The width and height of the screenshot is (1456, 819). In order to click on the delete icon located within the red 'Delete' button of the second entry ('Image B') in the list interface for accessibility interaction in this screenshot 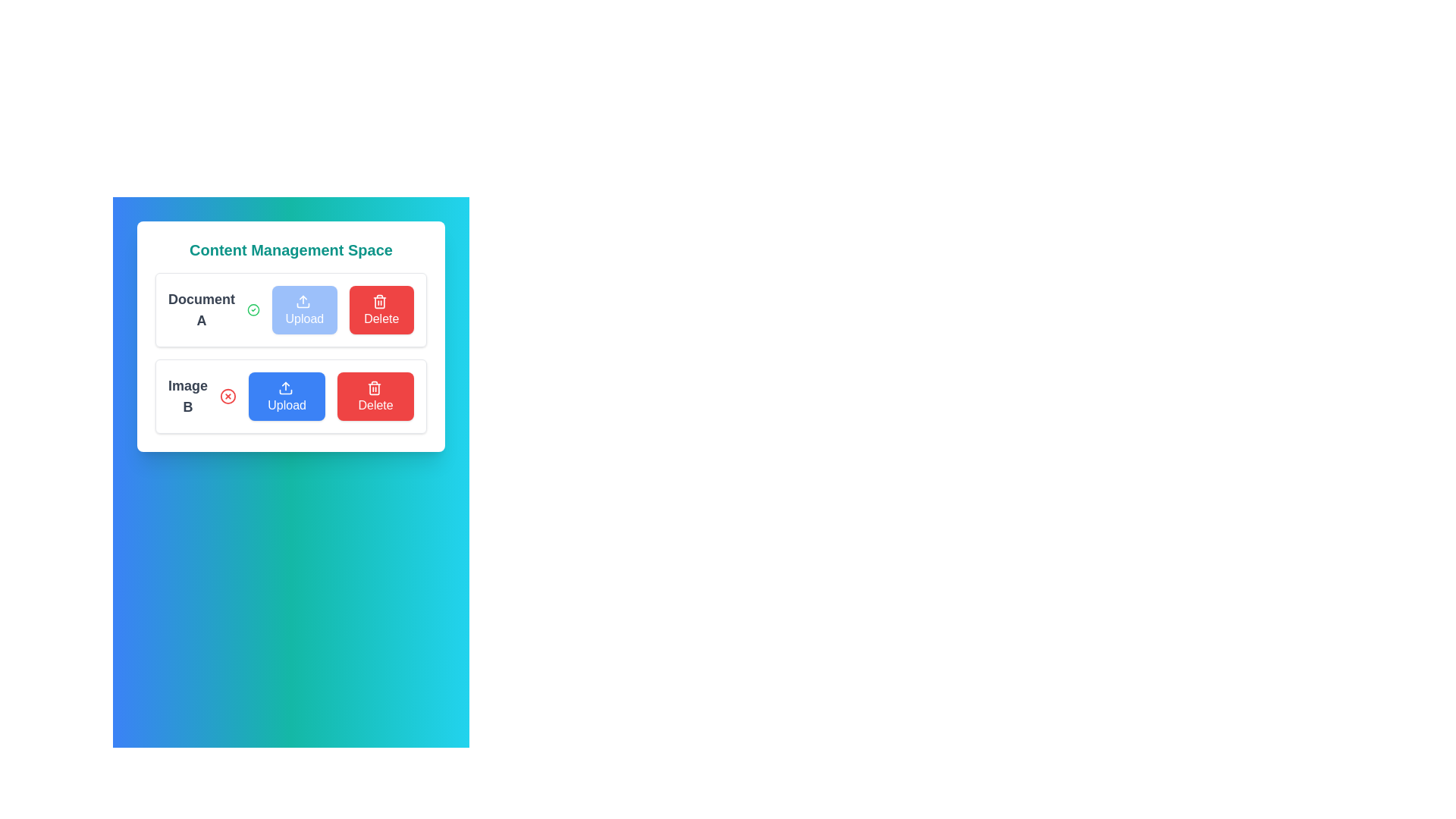, I will do `click(374, 387)`.